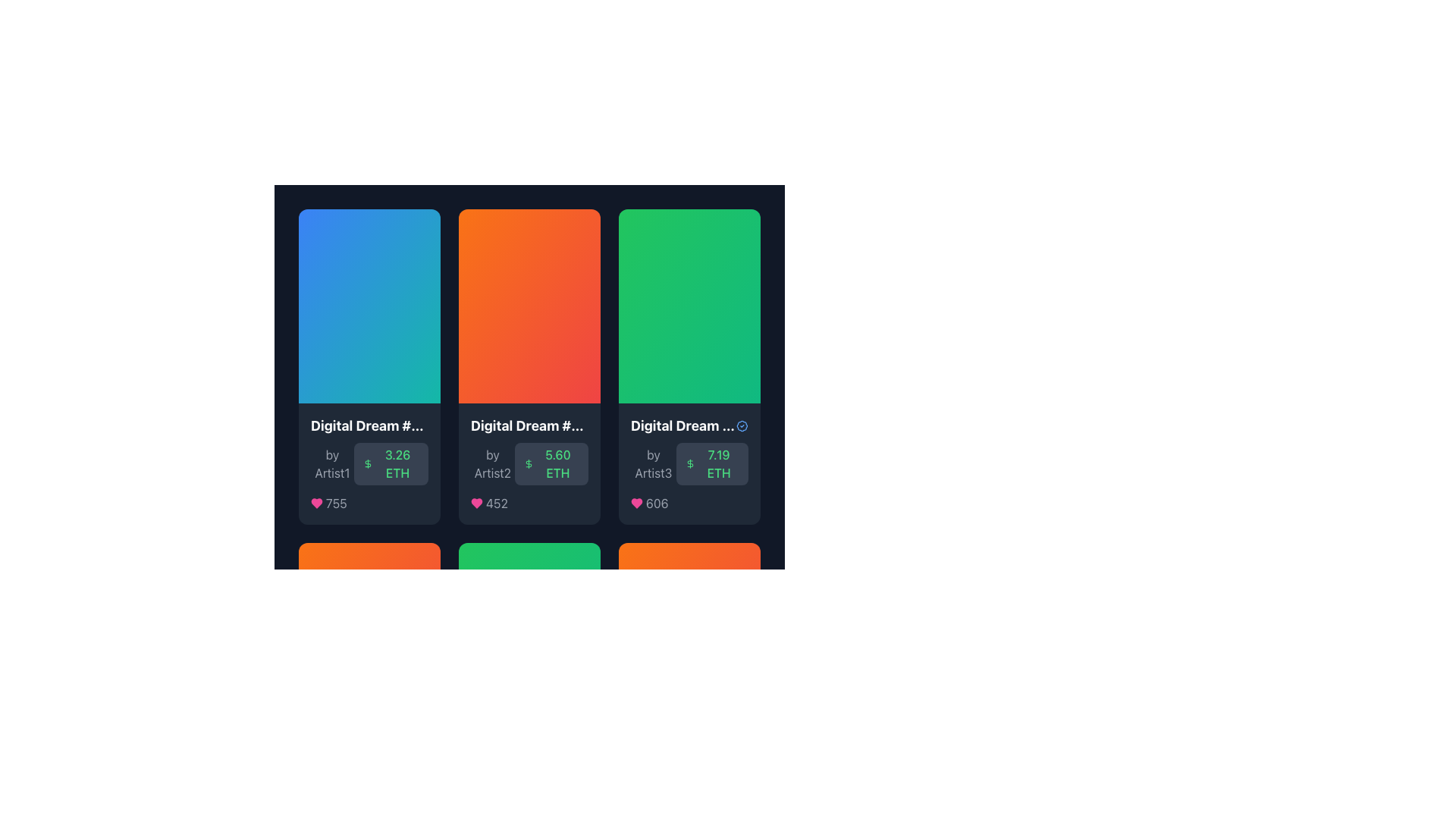 The width and height of the screenshot is (1456, 819). Describe the element at coordinates (422, 760) in the screenshot. I see `the verification badge icon with a checkmark, styled in blue, located next to the text 'Digital Dream #1906' by clicking on it` at that location.